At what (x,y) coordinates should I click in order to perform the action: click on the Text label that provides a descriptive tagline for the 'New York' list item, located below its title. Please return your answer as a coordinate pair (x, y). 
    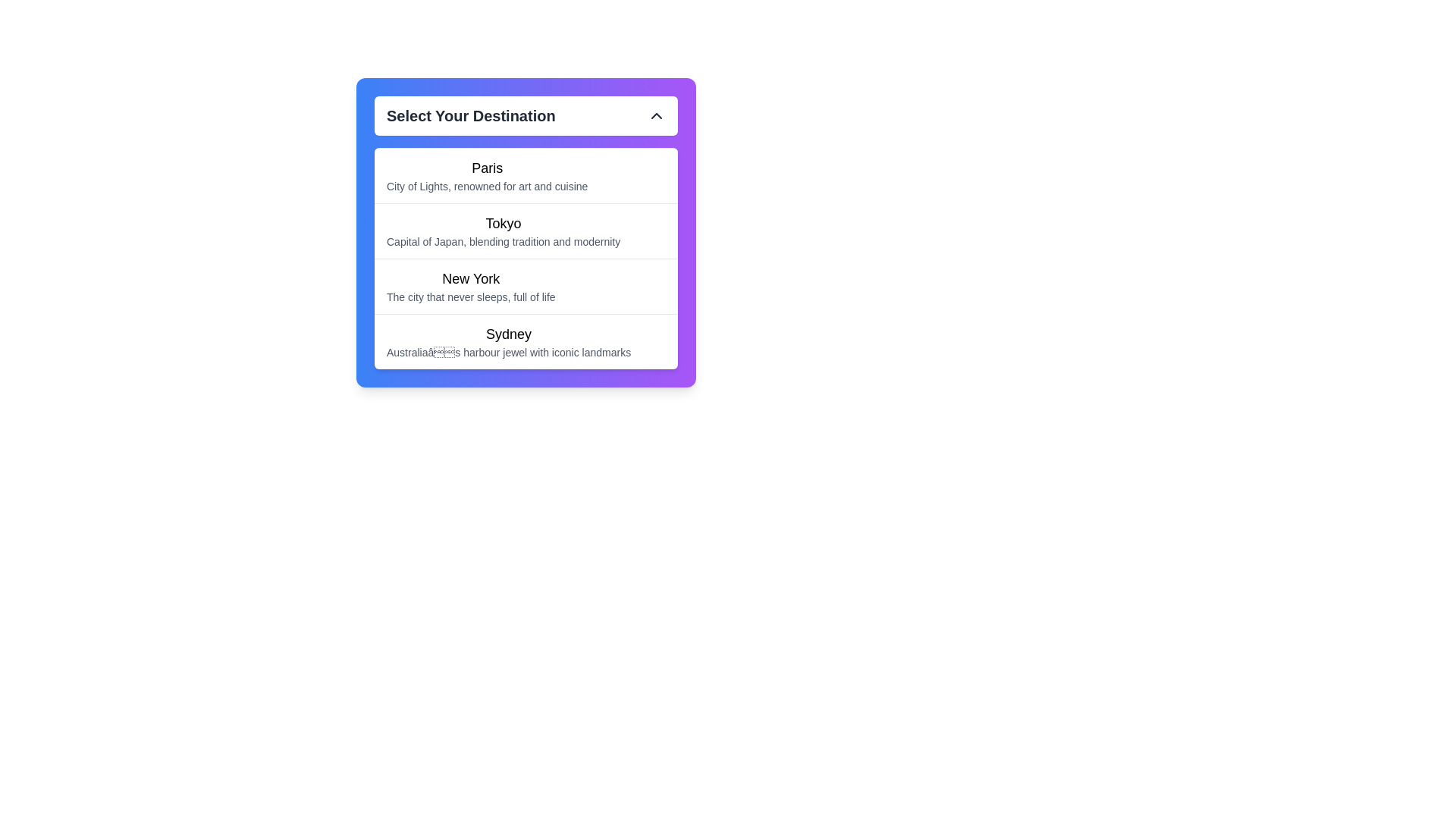
    Looking at the image, I should click on (470, 297).